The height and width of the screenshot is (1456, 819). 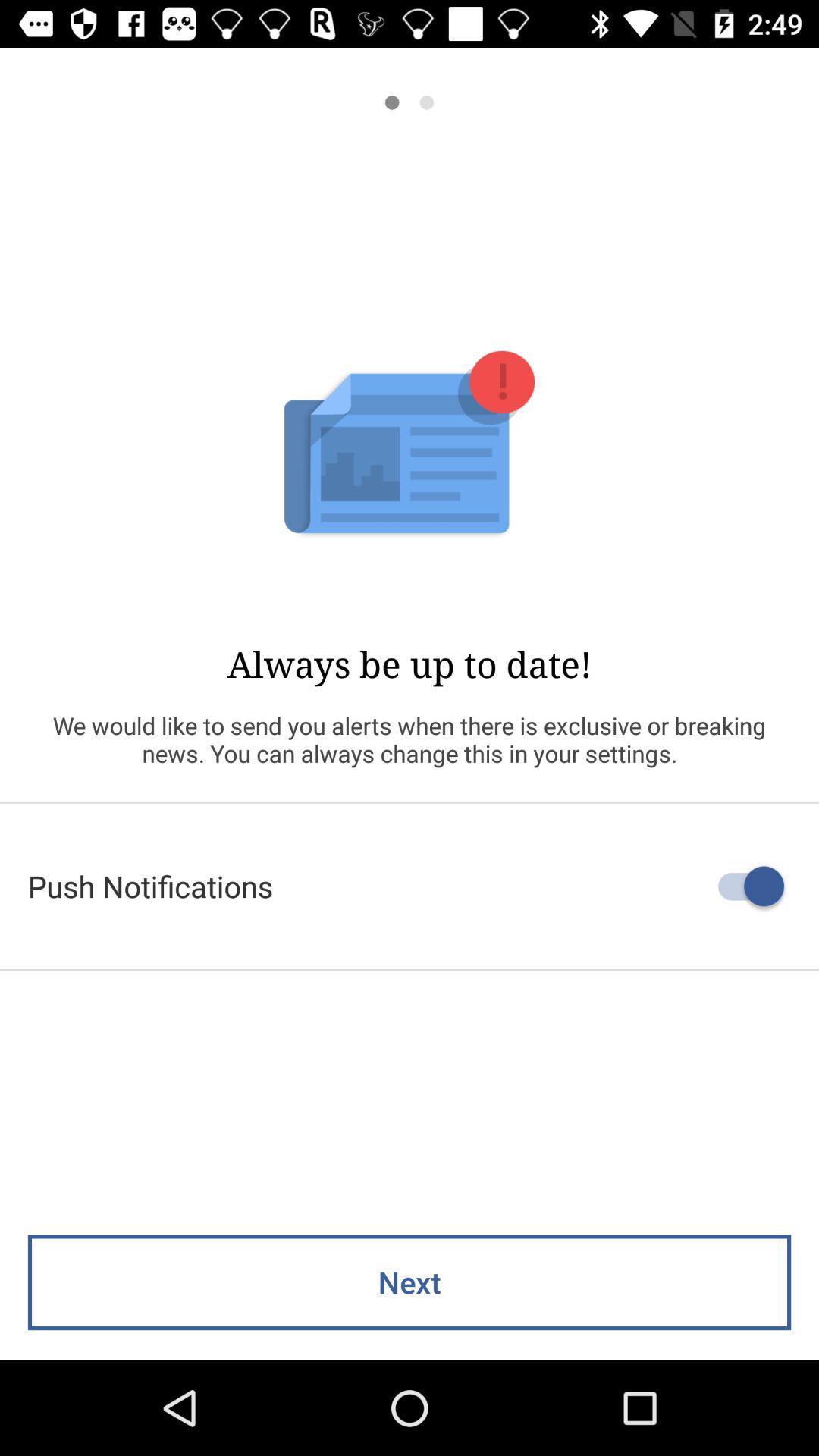 I want to click on push notifications, so click(x=409, y=886).